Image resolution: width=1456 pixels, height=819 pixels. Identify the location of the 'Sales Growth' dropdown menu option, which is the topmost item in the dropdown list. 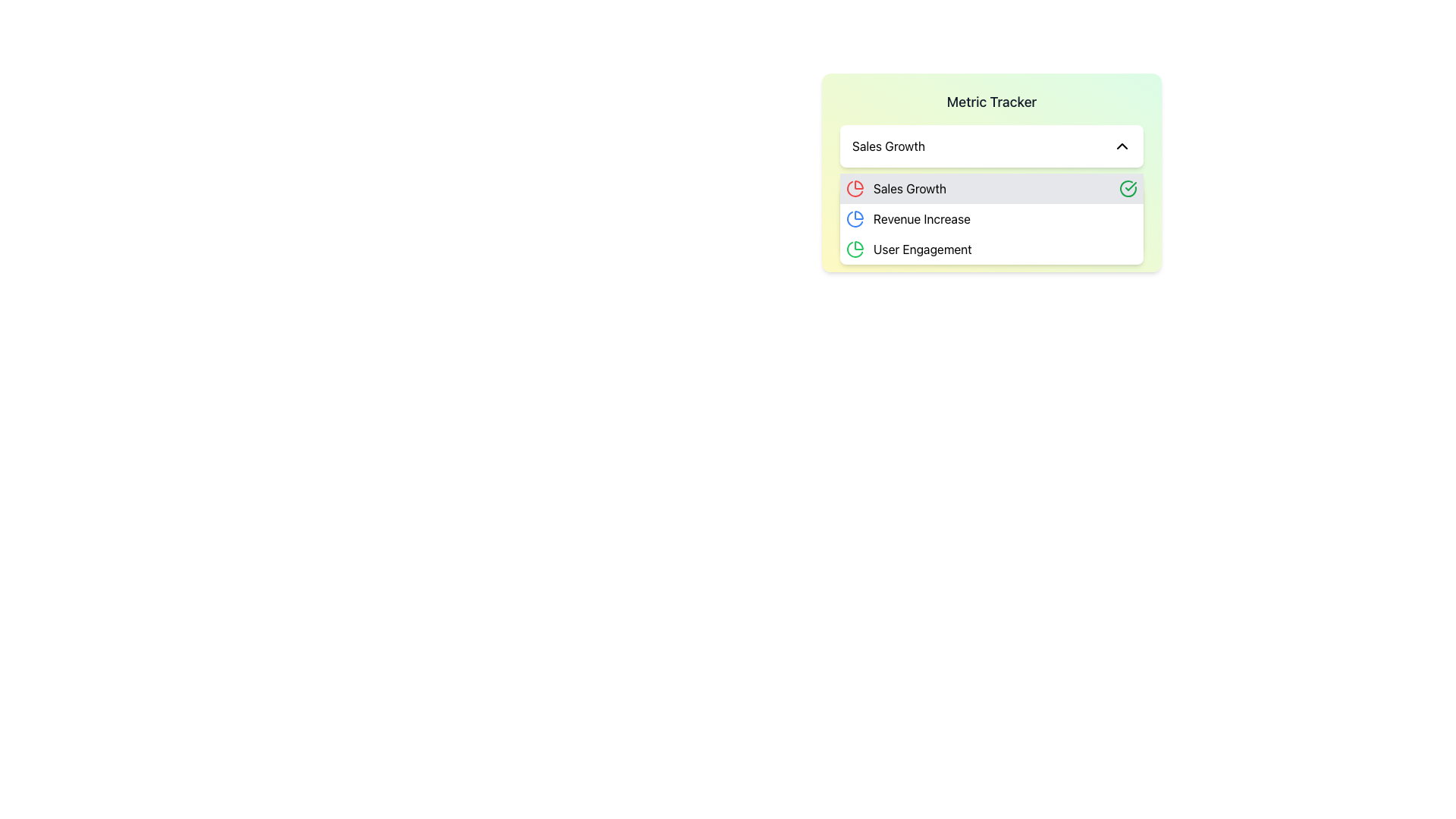
(992, 188).